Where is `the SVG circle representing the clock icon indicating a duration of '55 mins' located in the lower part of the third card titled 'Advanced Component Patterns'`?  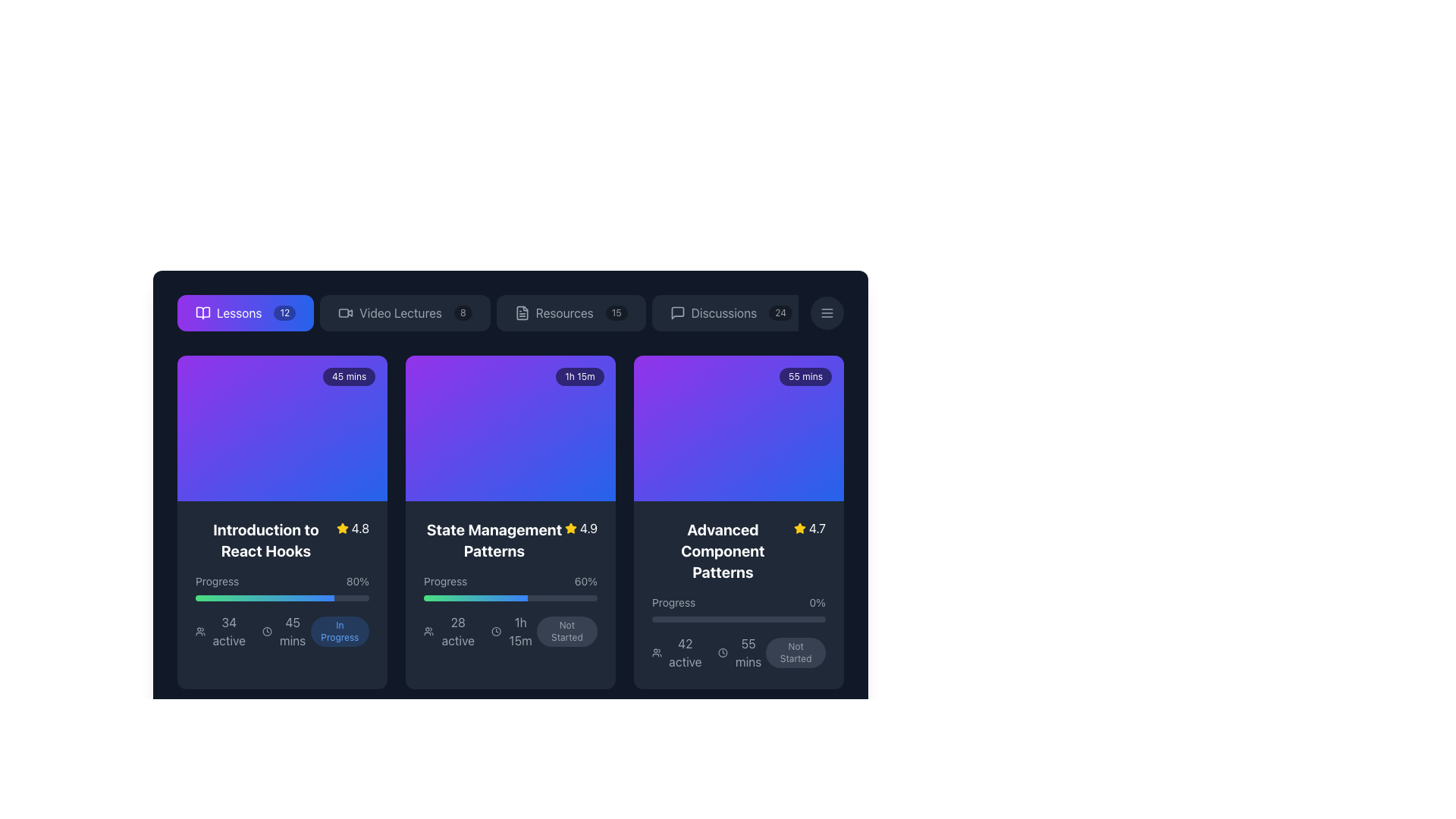 the SVG circle representing the clock icon indicating a duration of '55 mins' located in the lower part of the third card titled 'Advanced Component Patterns' is located at coordinates (722, 651).